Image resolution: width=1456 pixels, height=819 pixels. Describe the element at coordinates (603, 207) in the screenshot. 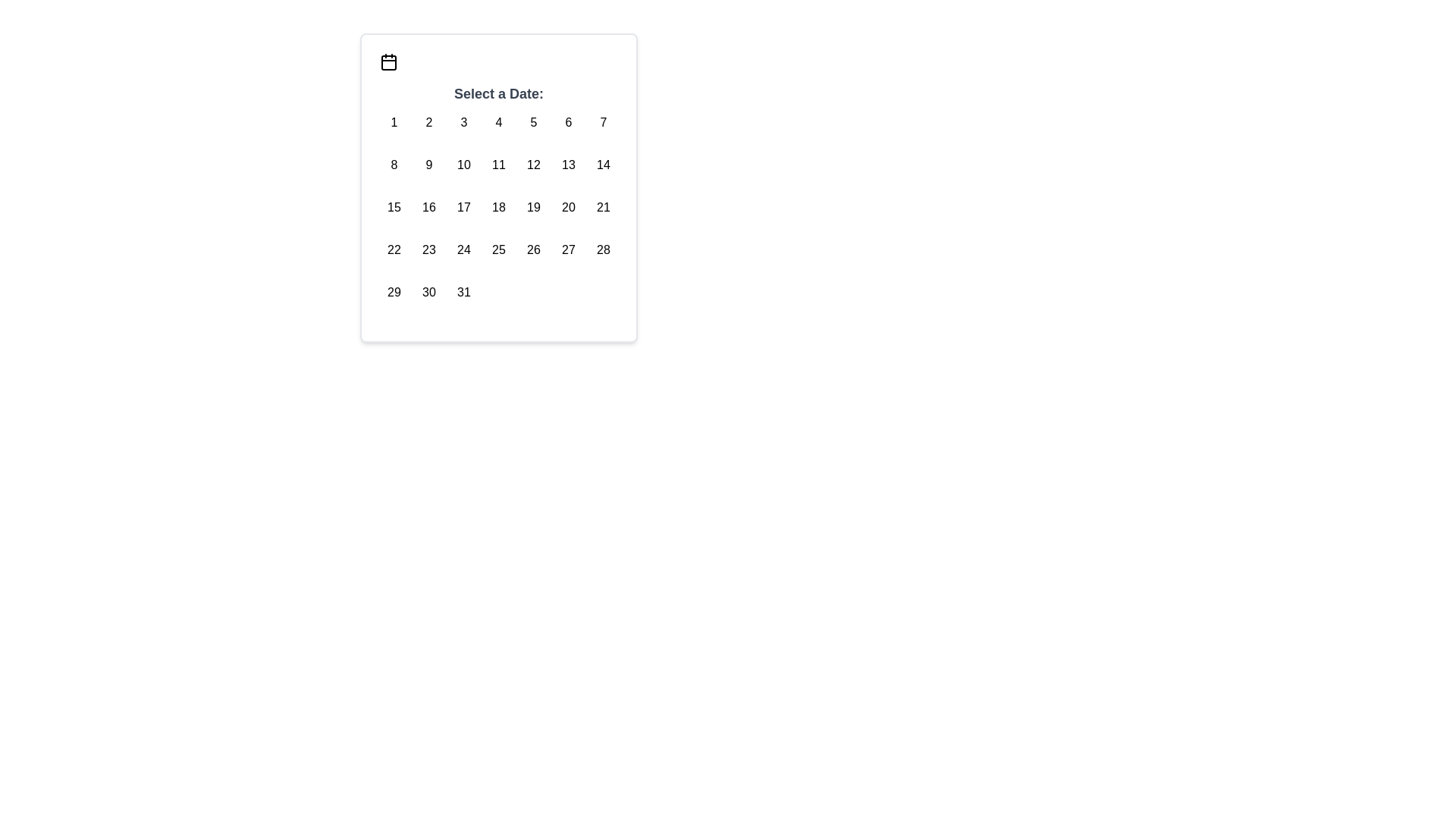

I see `the selectable day button representing the 21st in the date picker interface` at that location.